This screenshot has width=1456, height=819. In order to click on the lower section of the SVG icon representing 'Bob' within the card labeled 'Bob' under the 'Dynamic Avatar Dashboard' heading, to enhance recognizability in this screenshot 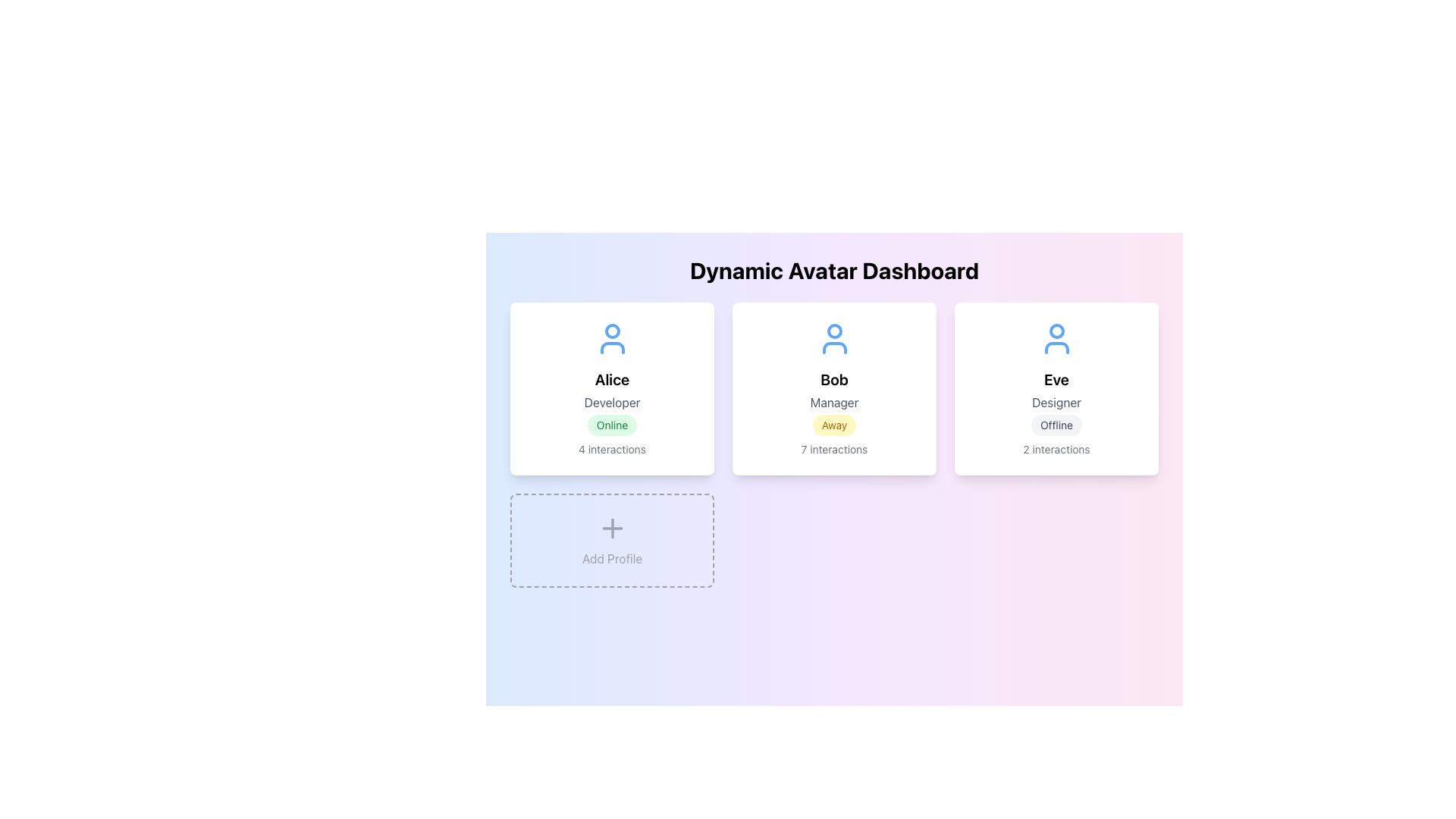, I will do `click(833, 348)`.